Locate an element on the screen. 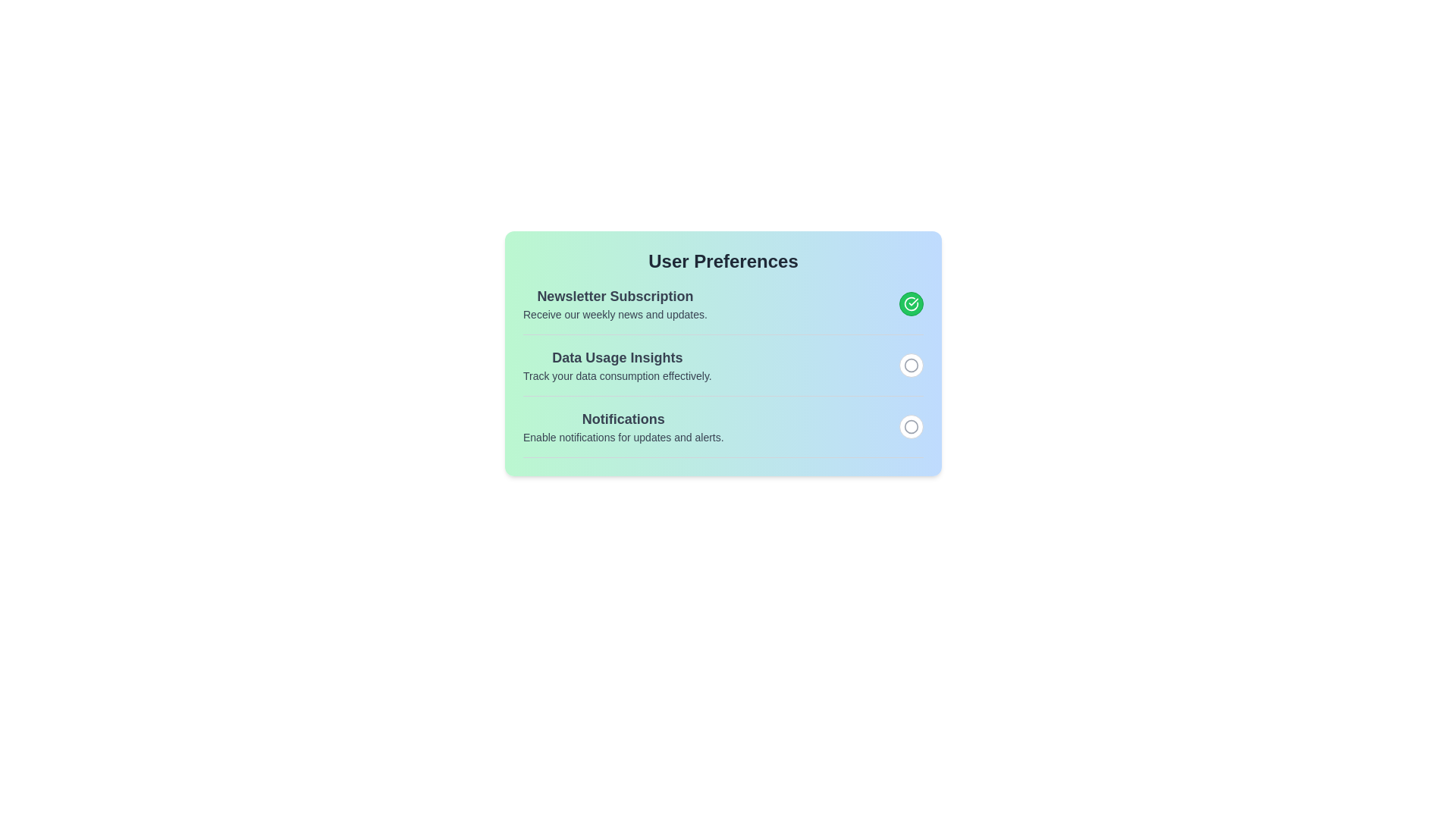 The image size is (1456, 819). the labeled option with a toggle switch for data usage insights, located in the 'User Preferences' section between 'Newsletter Subscription' and 'Notifications' is located at coordinates (723, 371).